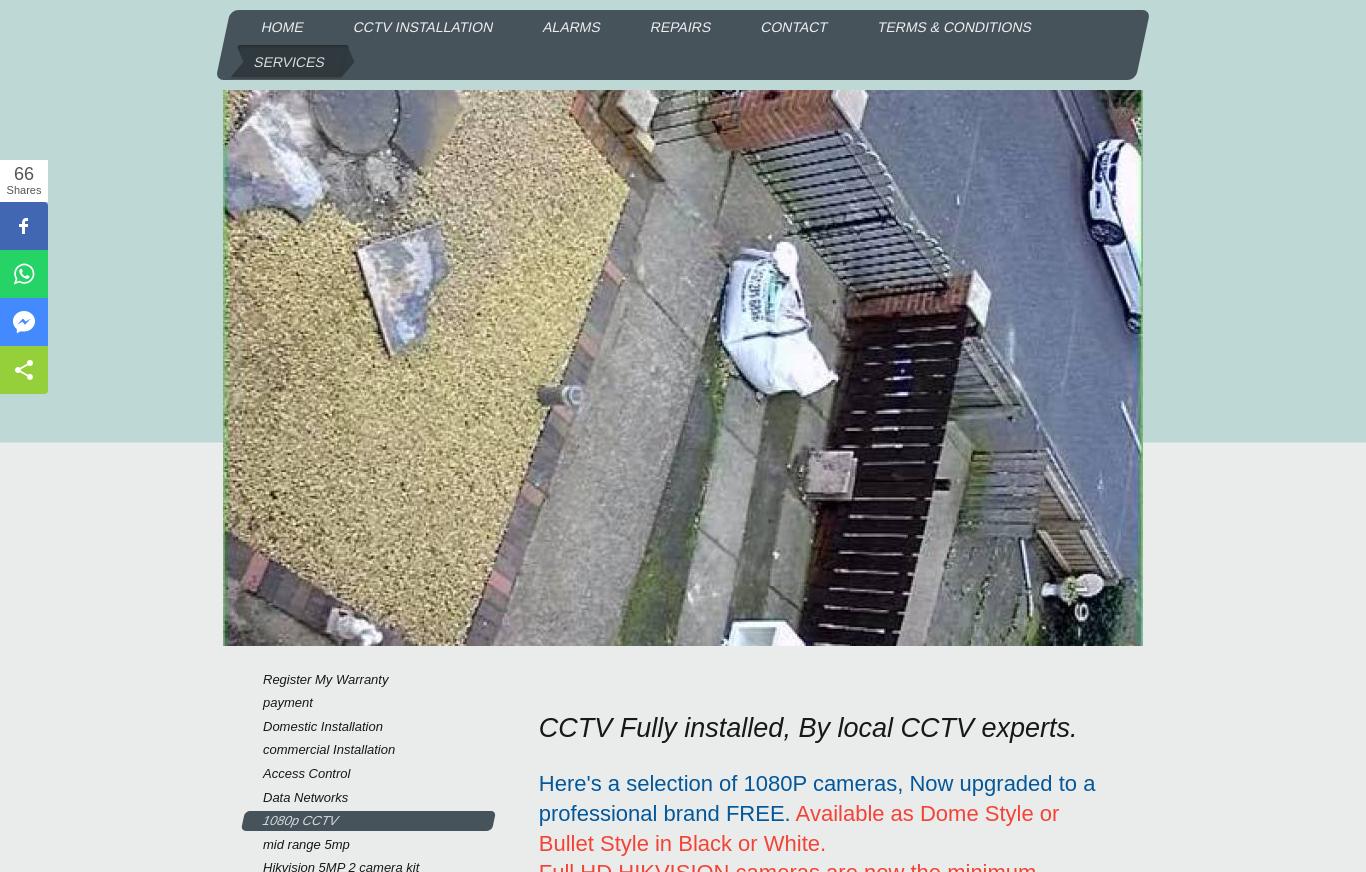 The height and width of the screenshot is (872, 1366). What do you see at coordinates (261, 820) in the screenshot?
I see `'1080p CCTV'` at bounding box center [261, 820].